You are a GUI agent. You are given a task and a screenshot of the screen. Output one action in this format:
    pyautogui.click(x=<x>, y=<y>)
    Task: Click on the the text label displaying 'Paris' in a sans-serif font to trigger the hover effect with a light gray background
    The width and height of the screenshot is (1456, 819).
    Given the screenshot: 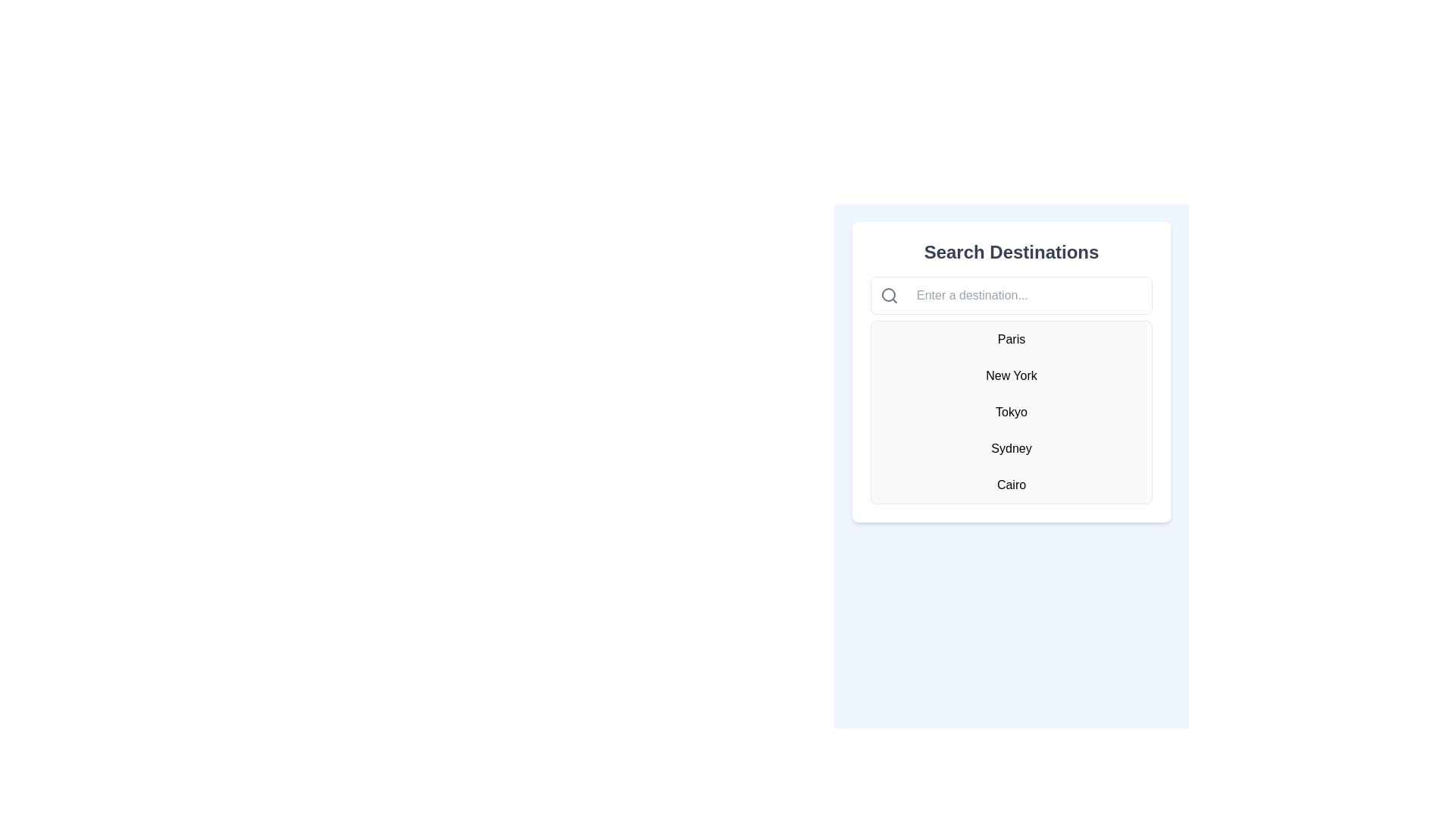 What is the action you would take?
    pyautogui.click(x=1012, y=338)
    